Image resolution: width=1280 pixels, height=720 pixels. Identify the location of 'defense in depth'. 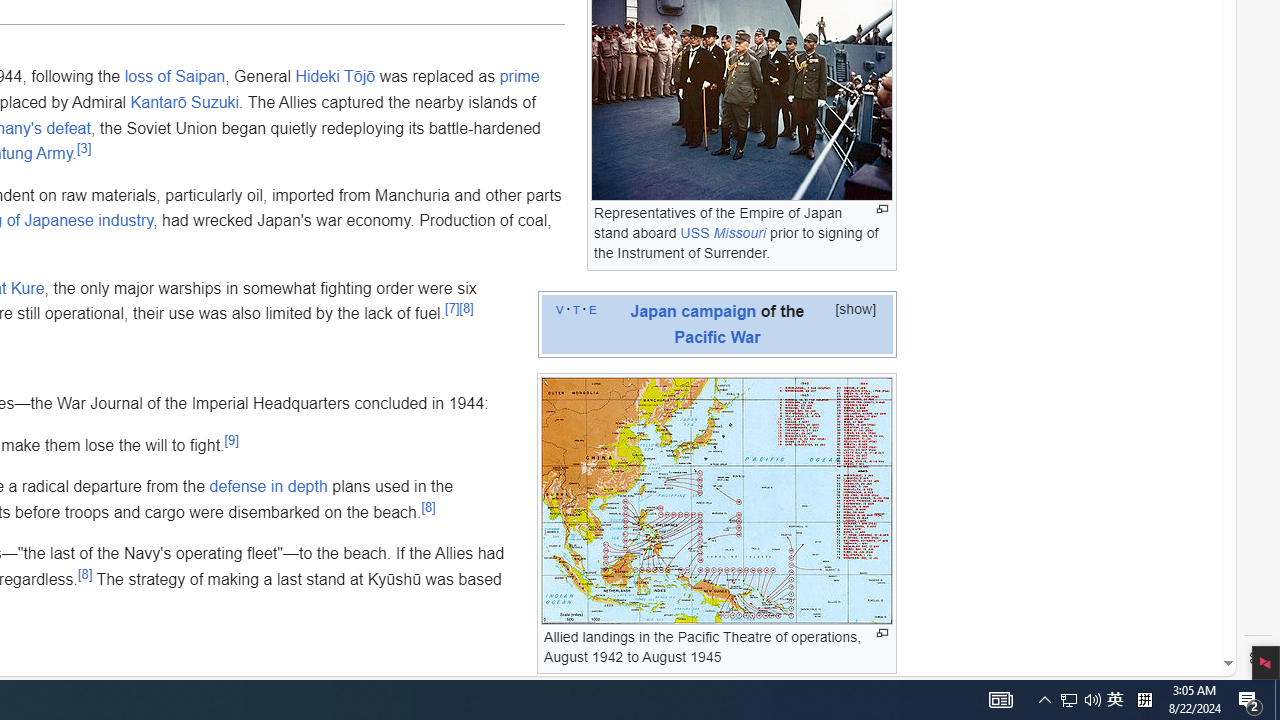
(267, 487).